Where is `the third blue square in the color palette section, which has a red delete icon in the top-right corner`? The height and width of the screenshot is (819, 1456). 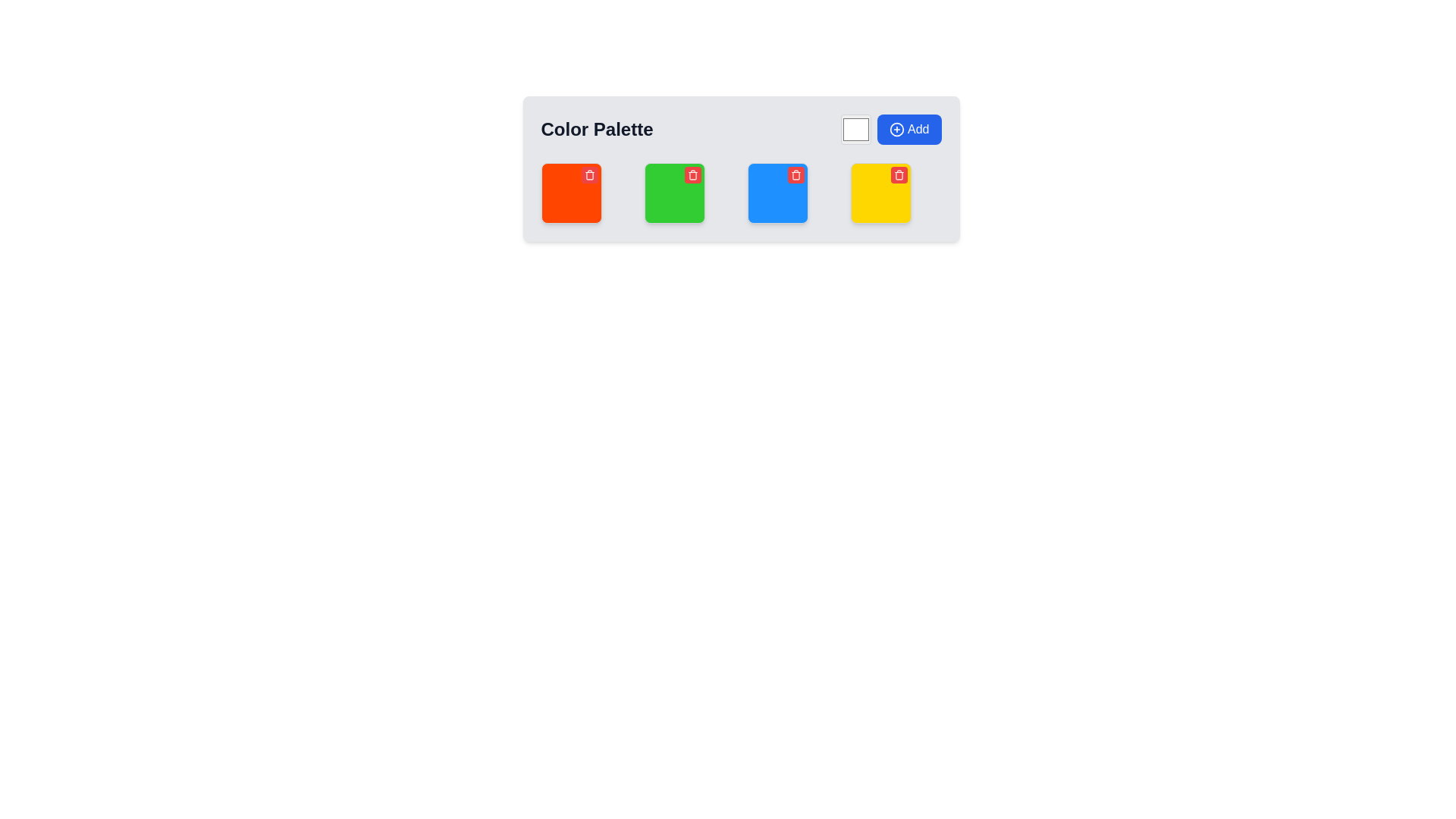
the third blue square in the color palette section, which has a red delete icon in the top-right corner is located at coordinates (741, 169).